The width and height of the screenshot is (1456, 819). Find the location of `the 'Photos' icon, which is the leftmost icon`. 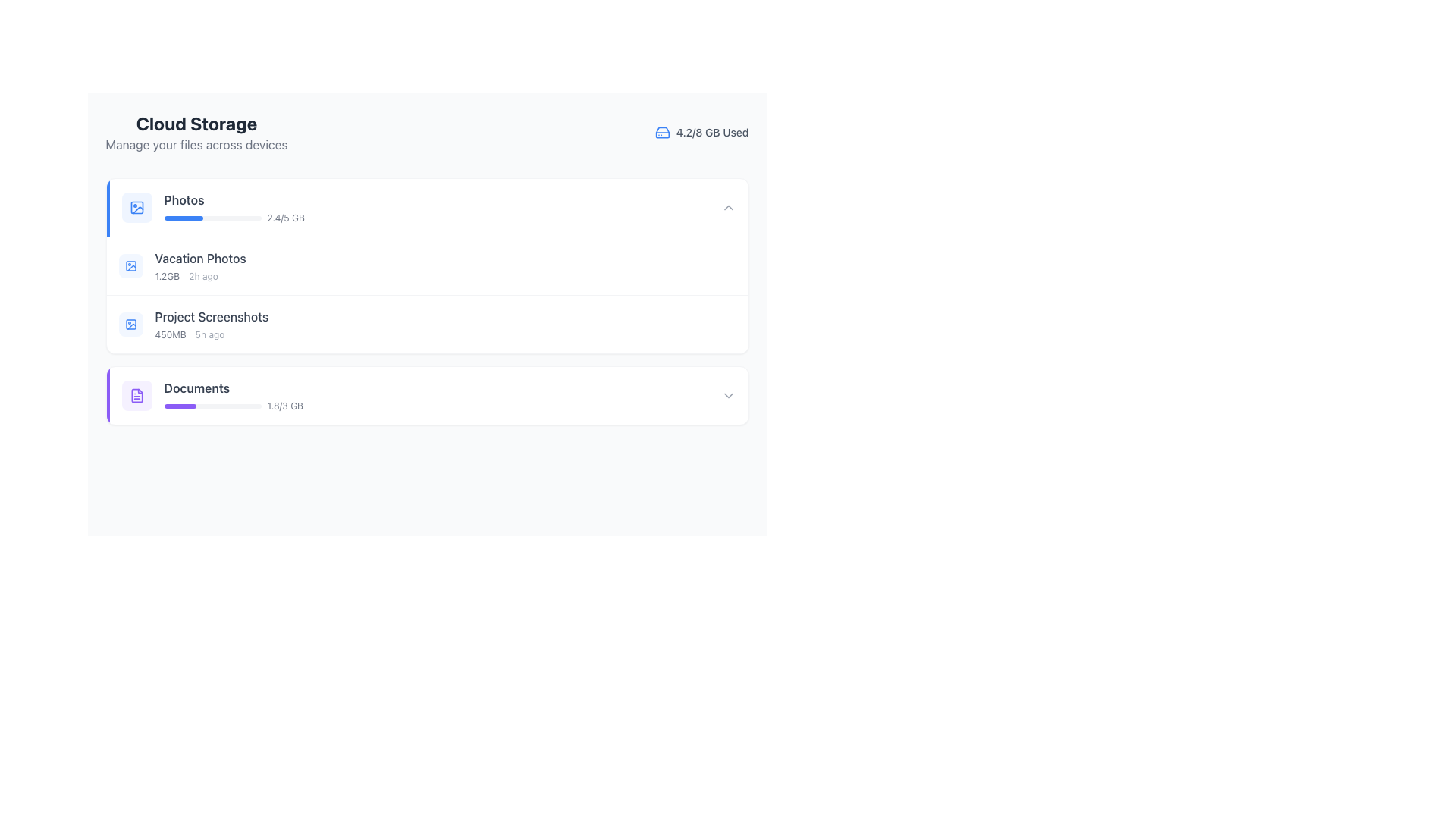

the 'Photos' icon, which is the leftmost icon is located at coordinates (136, 207).